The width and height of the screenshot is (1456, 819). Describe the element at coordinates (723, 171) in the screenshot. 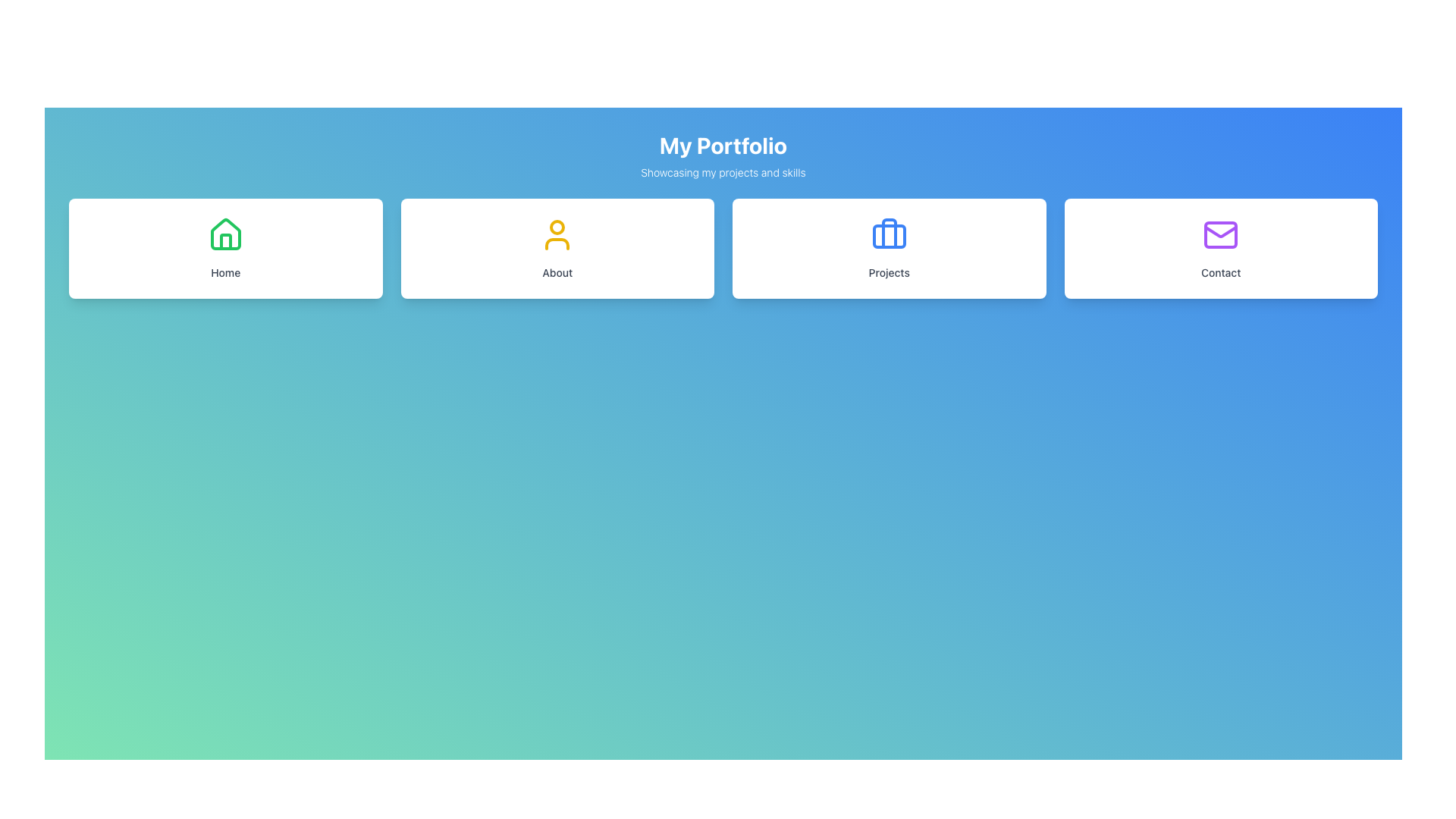

I see `text element containing 'Showcasing my projects and skills.' which is styled in a small font and positioned below the title 'My Portfolio.'` at that location.